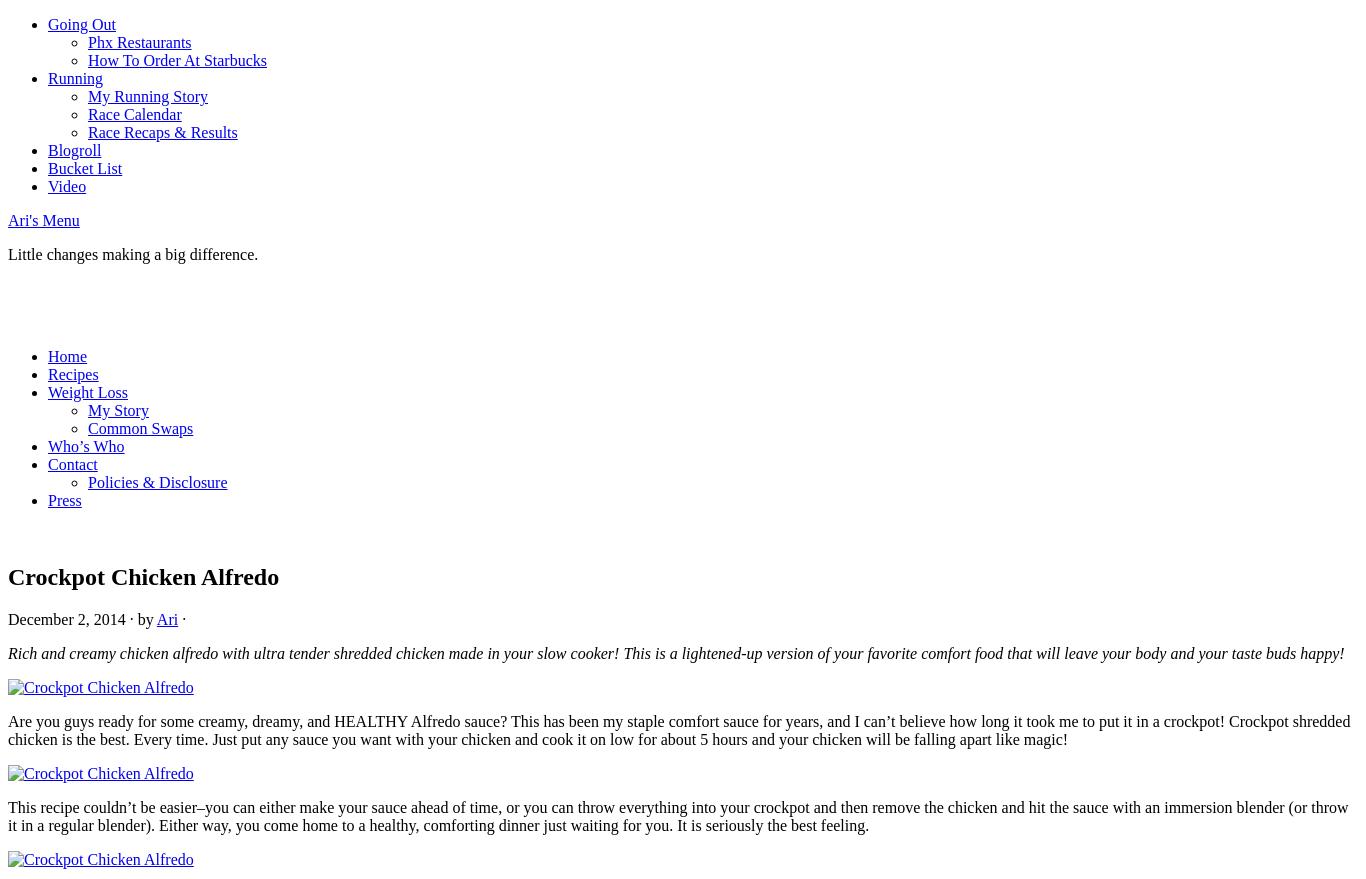 This screenshot has height=879, width=1366. What do you see at coordinates (72, 464) in the screenshot?
I see `'Contact'` at bounding box center [72, 464].